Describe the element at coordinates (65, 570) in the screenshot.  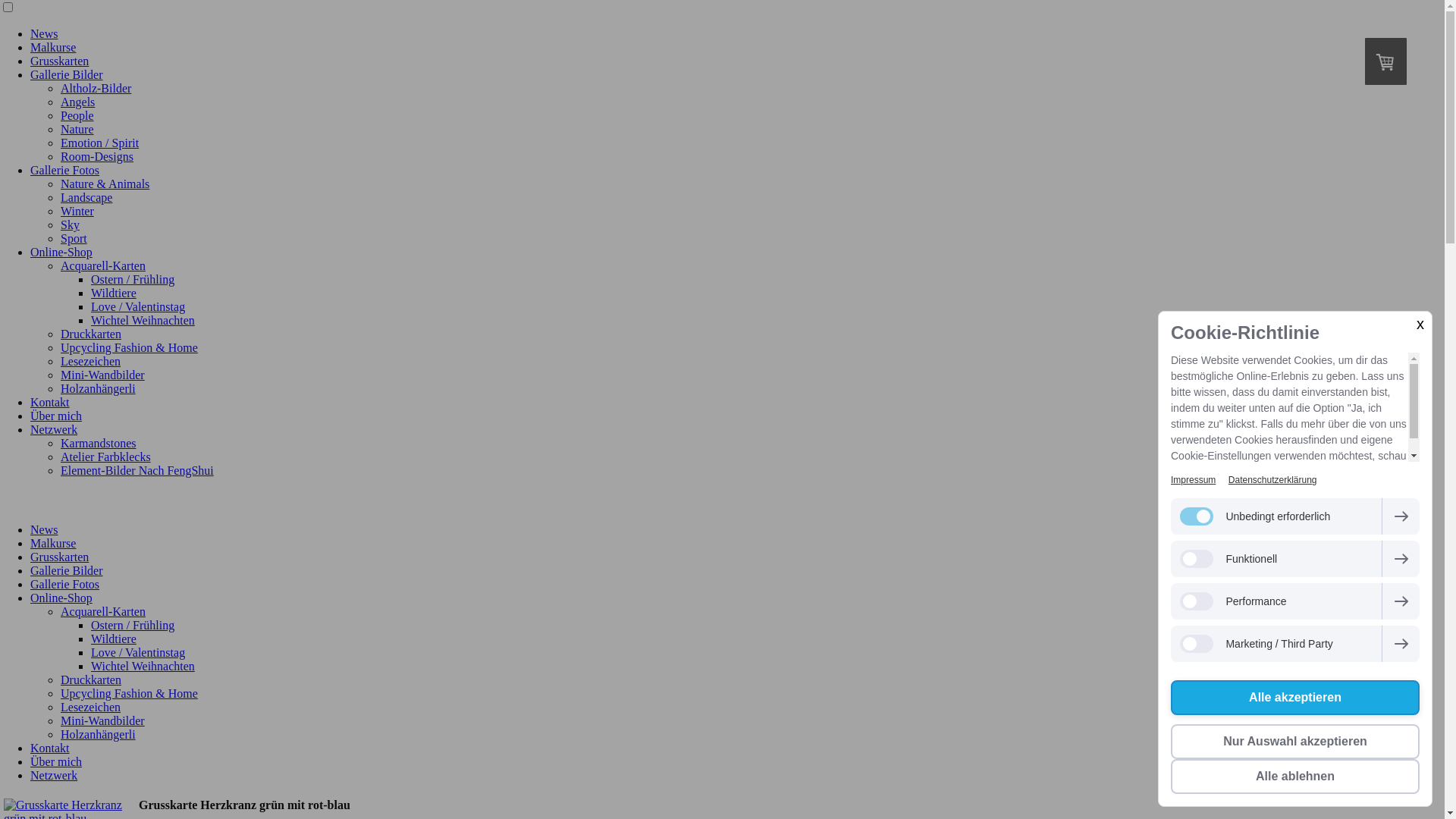
I see `'Gallerie Bilder'` at that location.